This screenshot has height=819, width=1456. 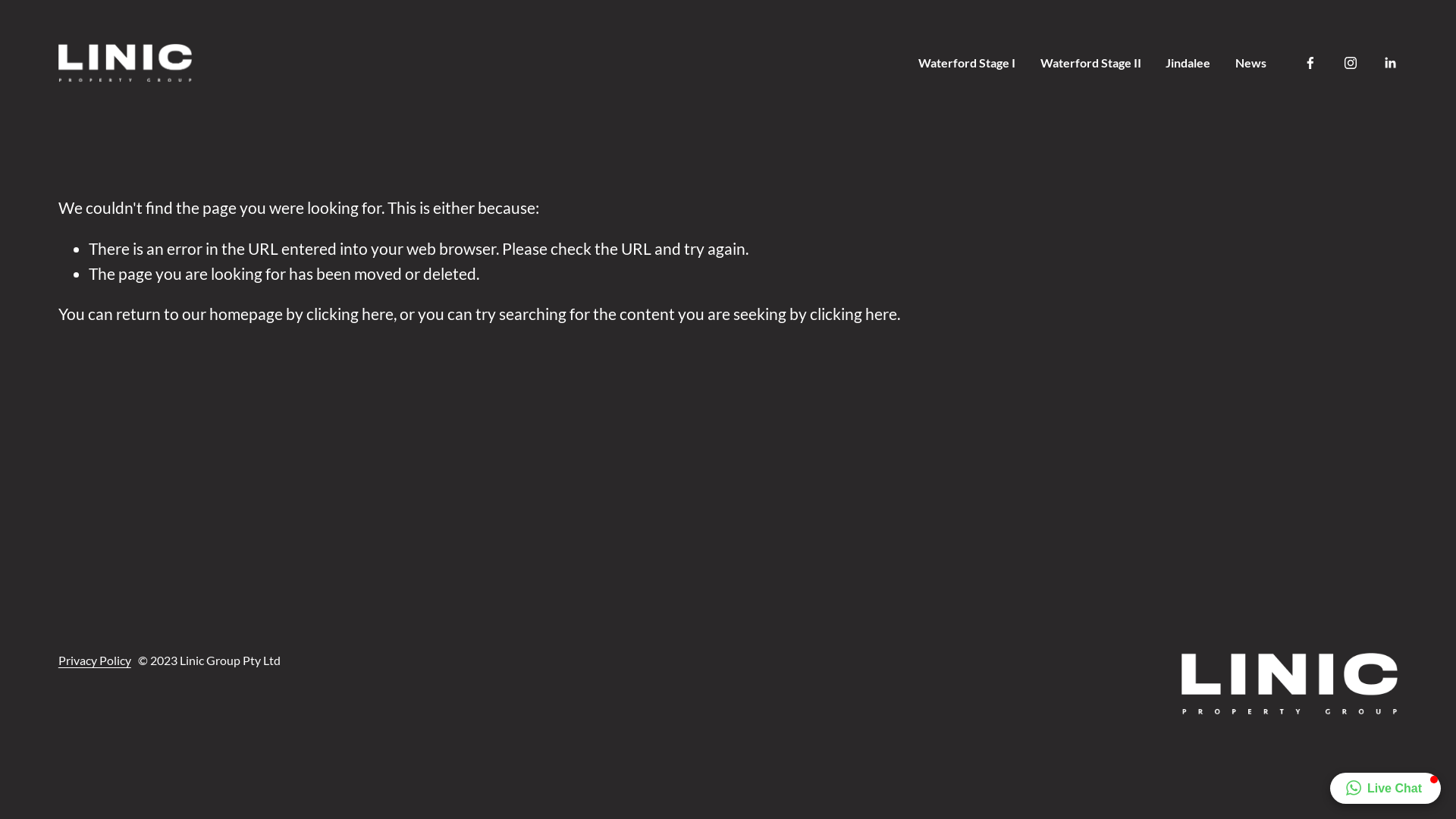 I want to click on 'clicking here', so click(x=853, y=312).